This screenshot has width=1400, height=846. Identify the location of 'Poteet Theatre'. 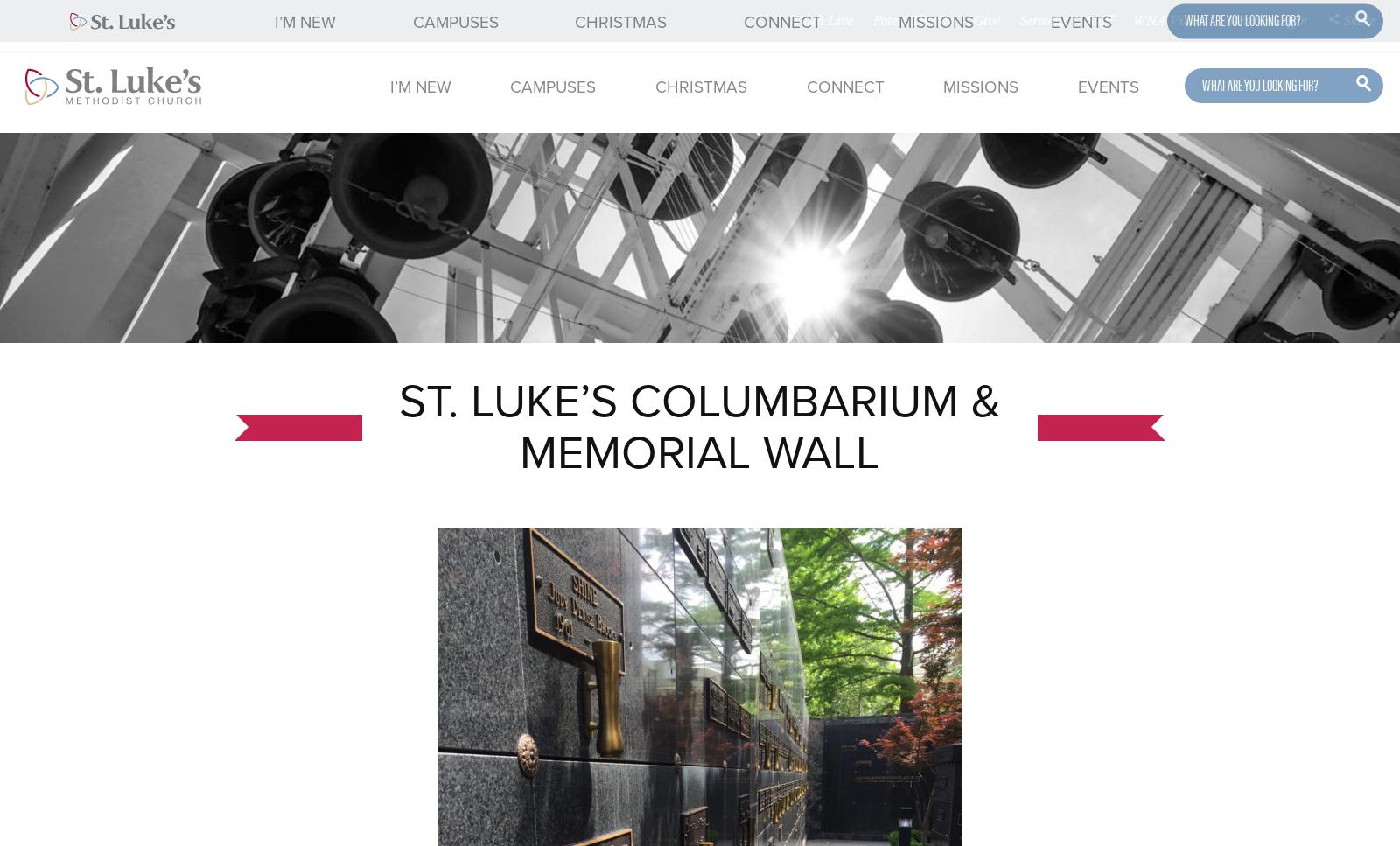
(871, 20).